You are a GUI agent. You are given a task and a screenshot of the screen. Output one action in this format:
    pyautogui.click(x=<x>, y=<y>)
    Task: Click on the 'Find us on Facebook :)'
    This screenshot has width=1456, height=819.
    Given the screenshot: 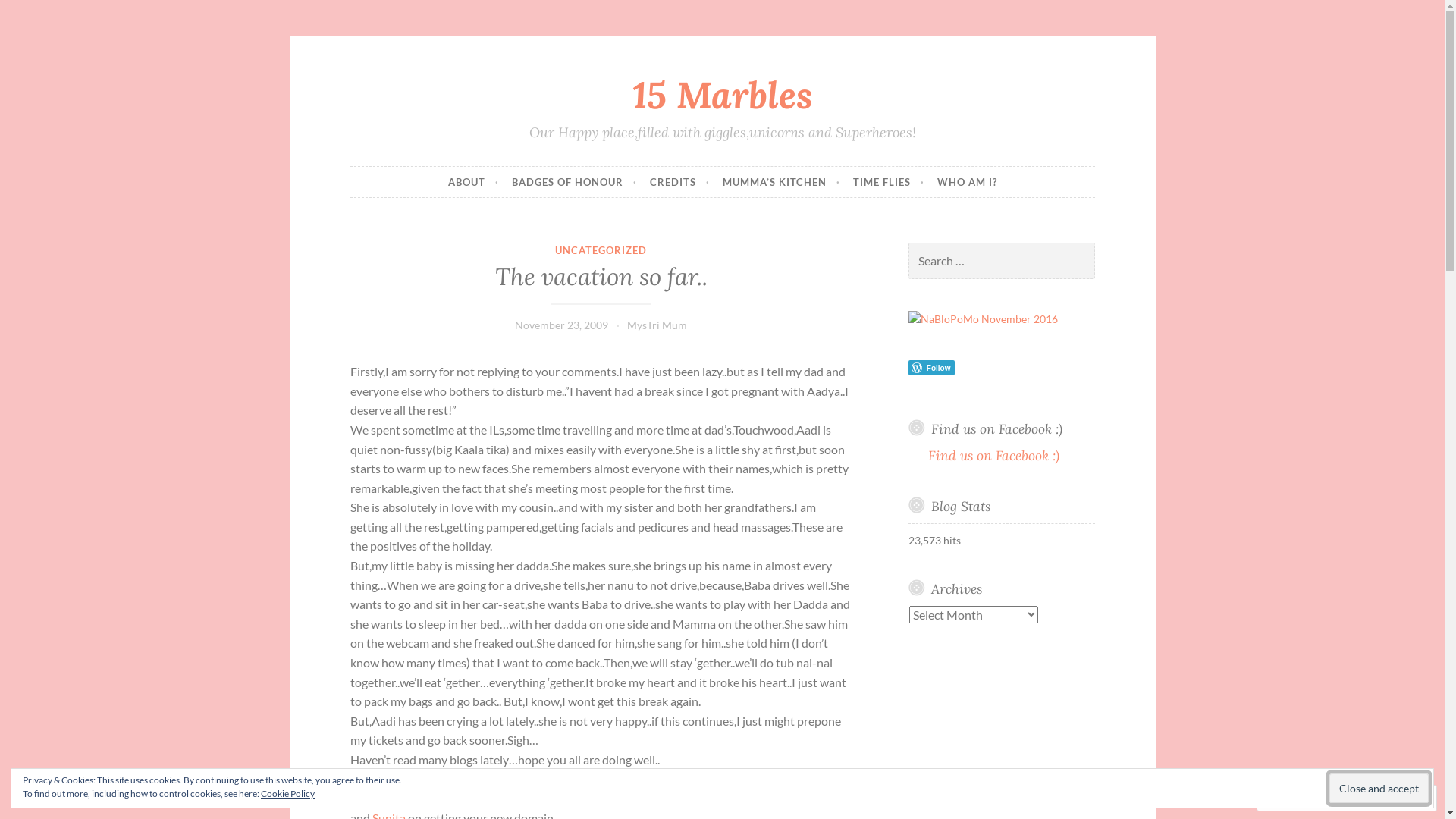 What is the action you would take?
    pyautogui.click(x=993, y=454)
    